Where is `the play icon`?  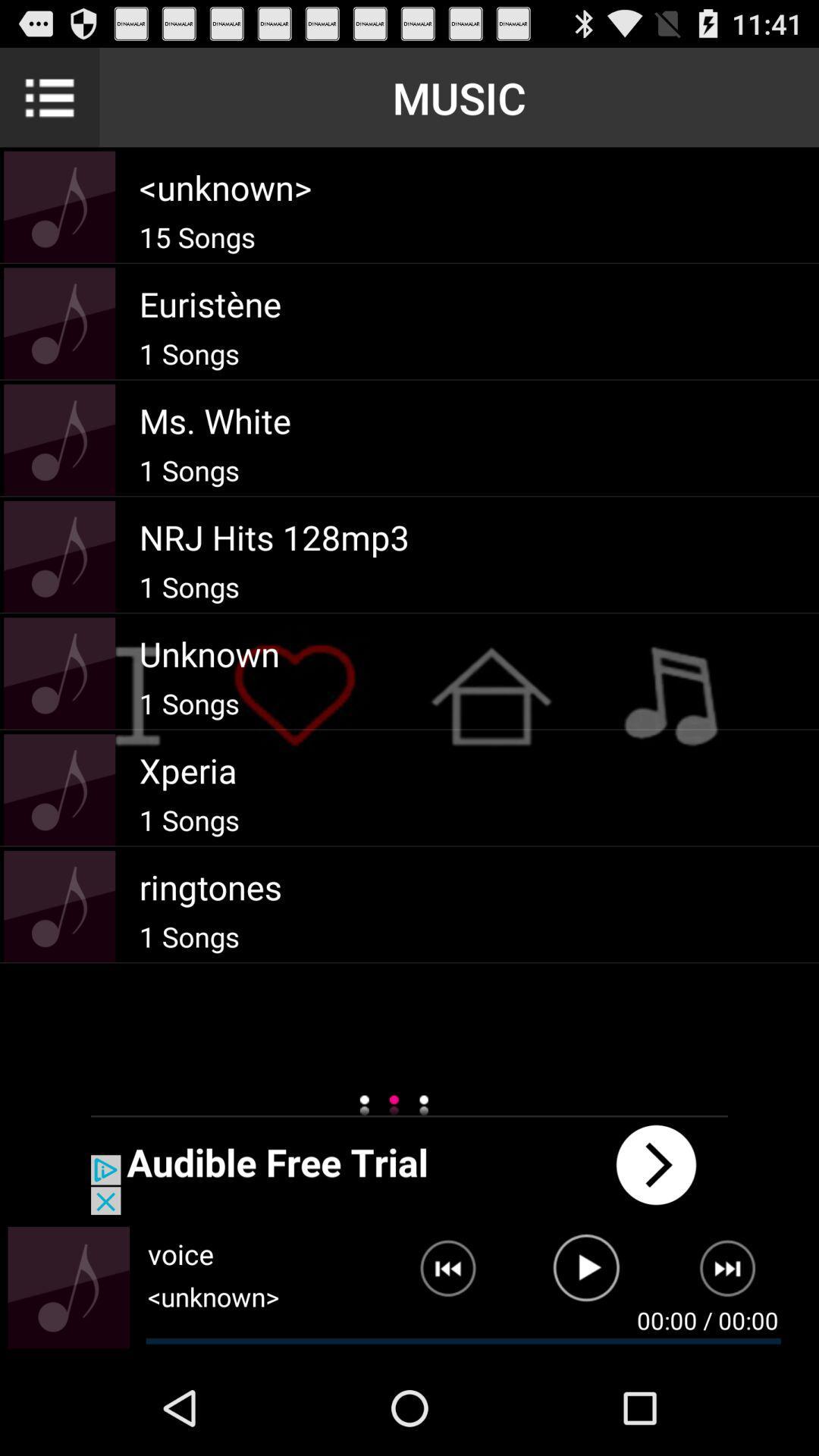 the play icon is located at coordinates (585, 1364).